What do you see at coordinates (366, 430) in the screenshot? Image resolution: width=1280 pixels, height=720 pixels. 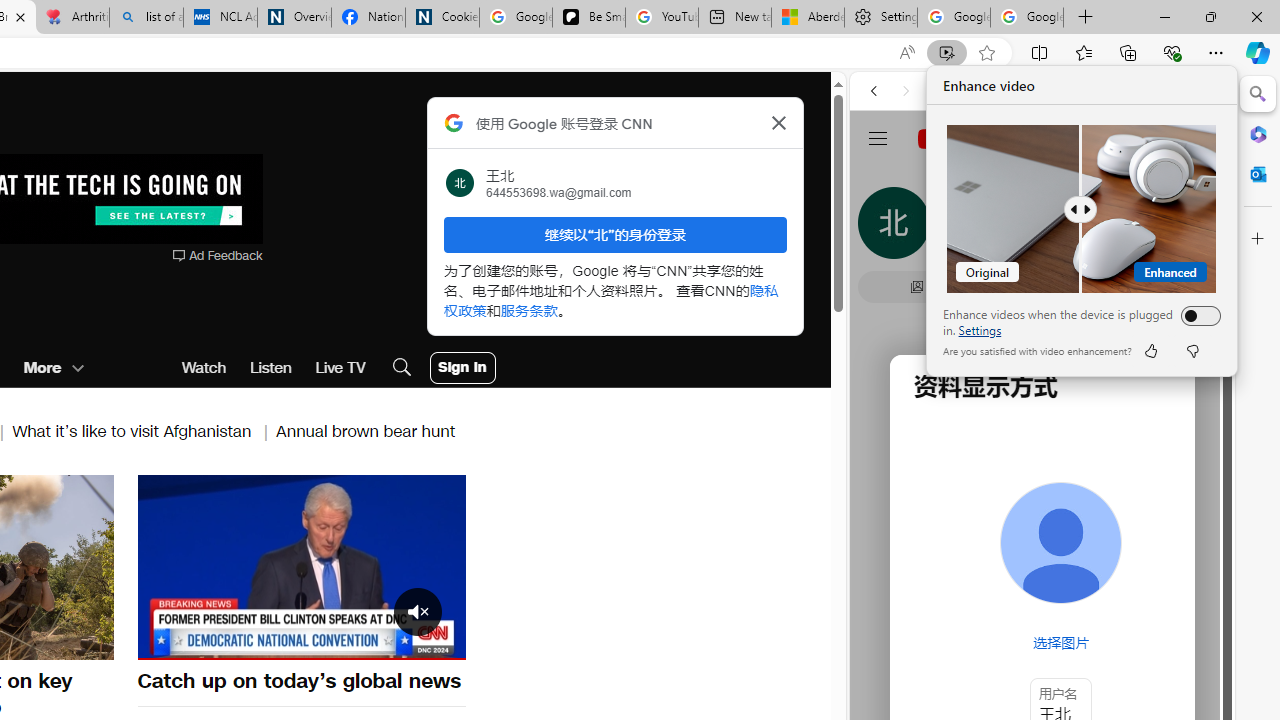 I see `'Annual brown bear hunt'` at bounding box center [366, 430].